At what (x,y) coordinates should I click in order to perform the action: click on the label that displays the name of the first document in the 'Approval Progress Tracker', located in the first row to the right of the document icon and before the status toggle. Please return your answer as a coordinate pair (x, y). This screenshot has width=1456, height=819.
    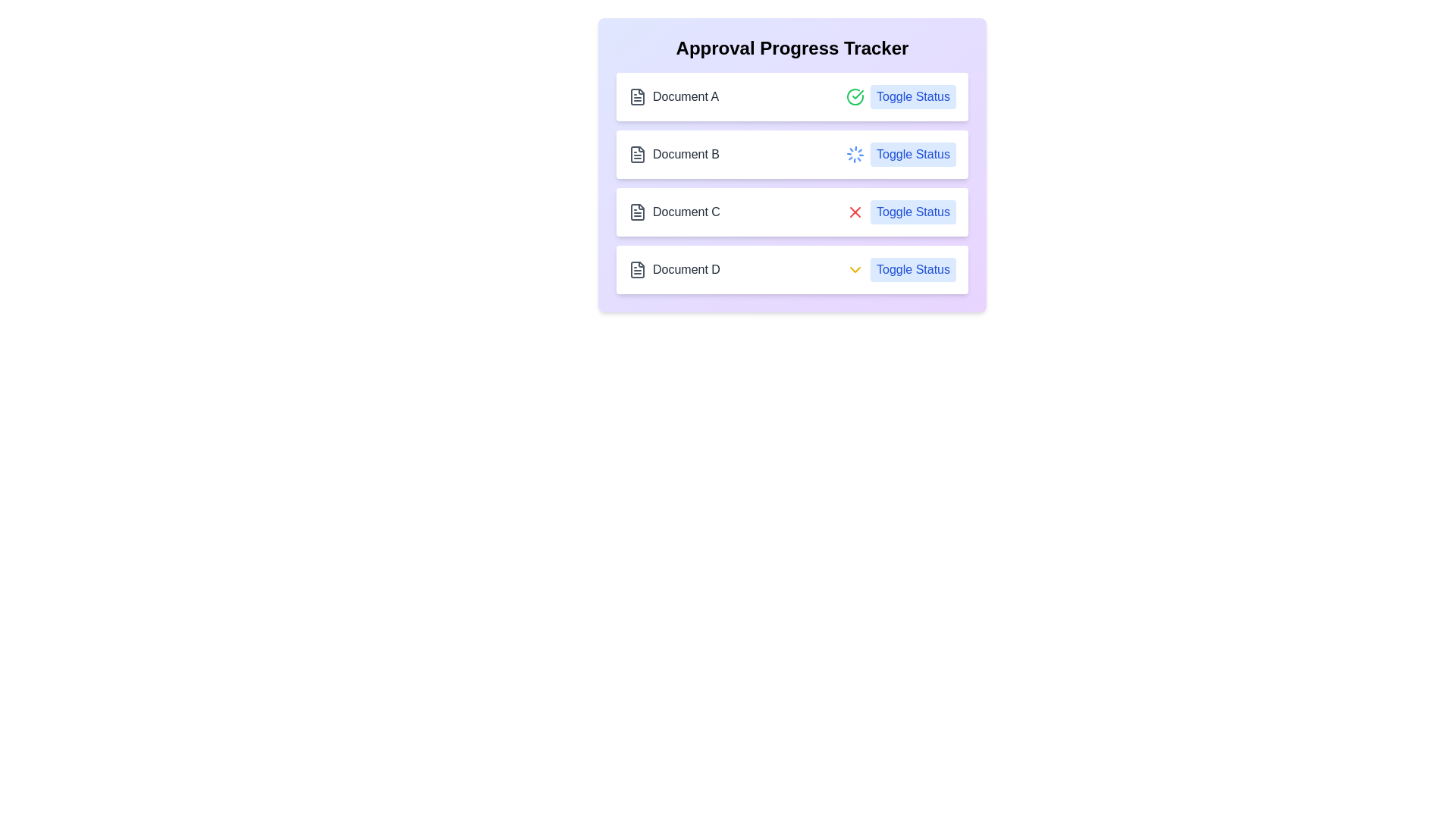
    Looking at the image, I should click on (685, 96).